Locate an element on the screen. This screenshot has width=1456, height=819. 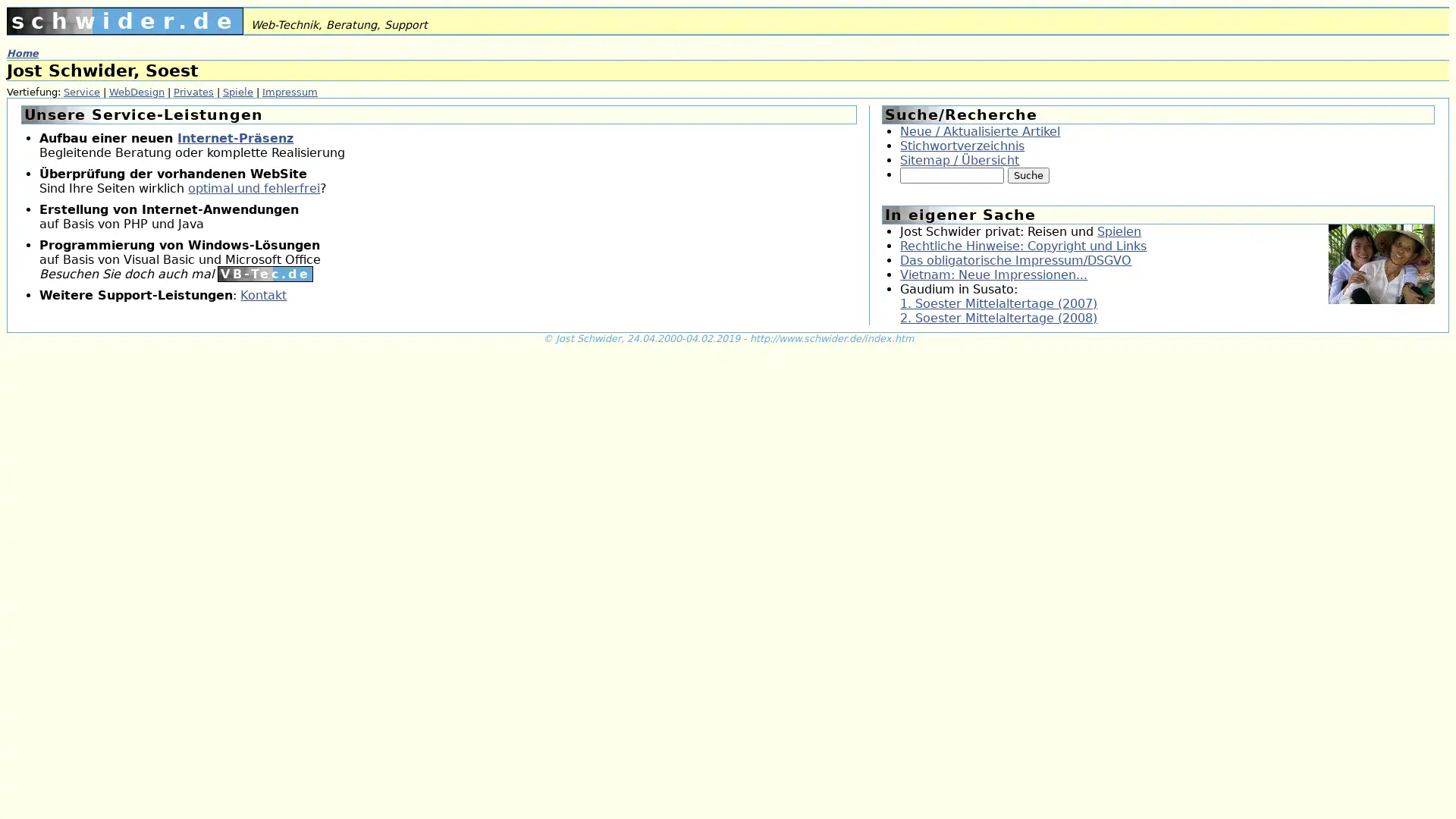
Suche is located at coordinates (1028, 174).